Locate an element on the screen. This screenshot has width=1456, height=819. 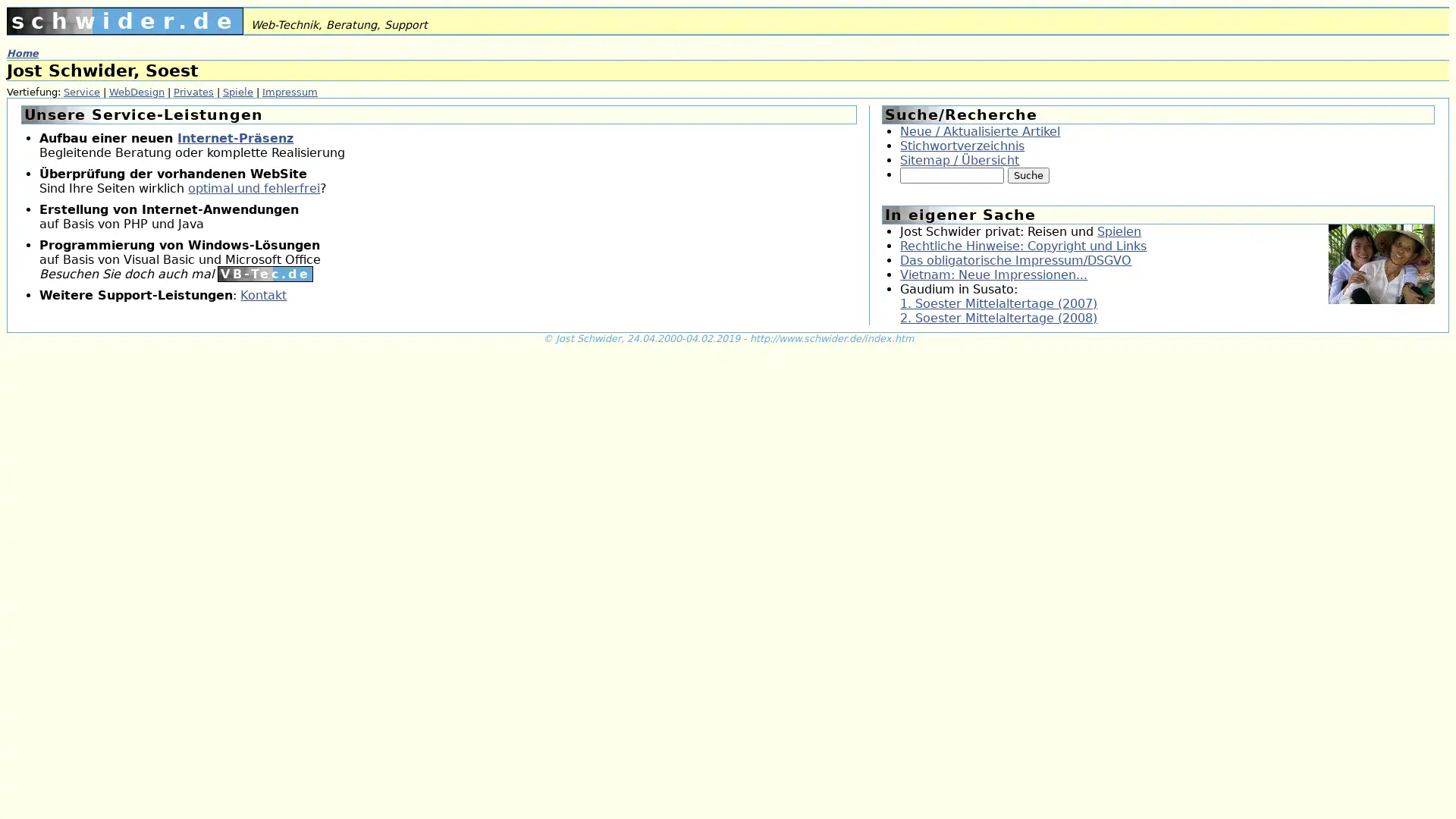
Suche is located at coordinates (1028, 174).